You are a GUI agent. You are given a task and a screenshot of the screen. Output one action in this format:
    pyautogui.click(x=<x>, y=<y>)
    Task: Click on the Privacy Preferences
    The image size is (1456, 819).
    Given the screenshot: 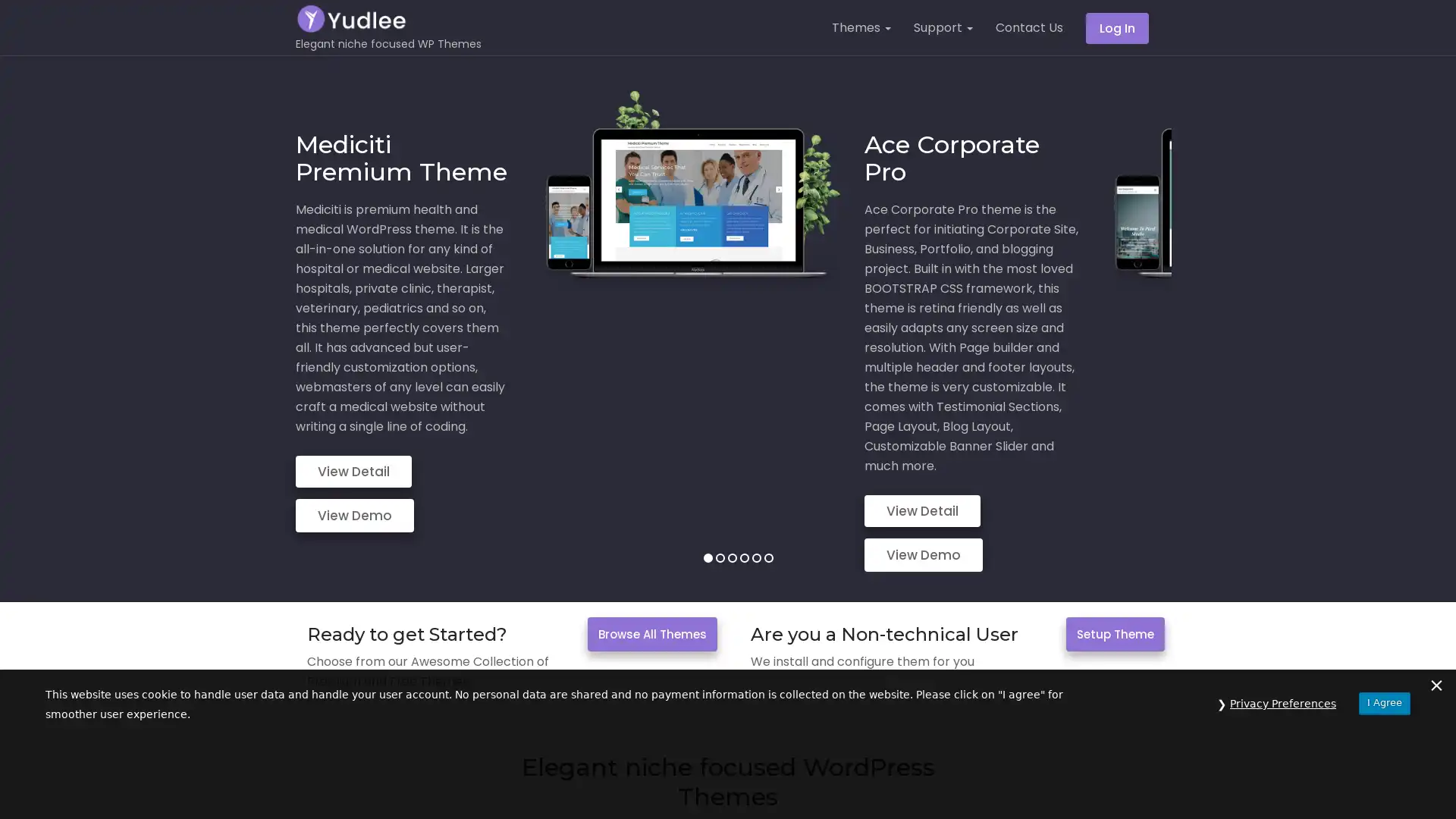 What is the action you would take?
    pyautogui.click(x=1282, y=783)
    